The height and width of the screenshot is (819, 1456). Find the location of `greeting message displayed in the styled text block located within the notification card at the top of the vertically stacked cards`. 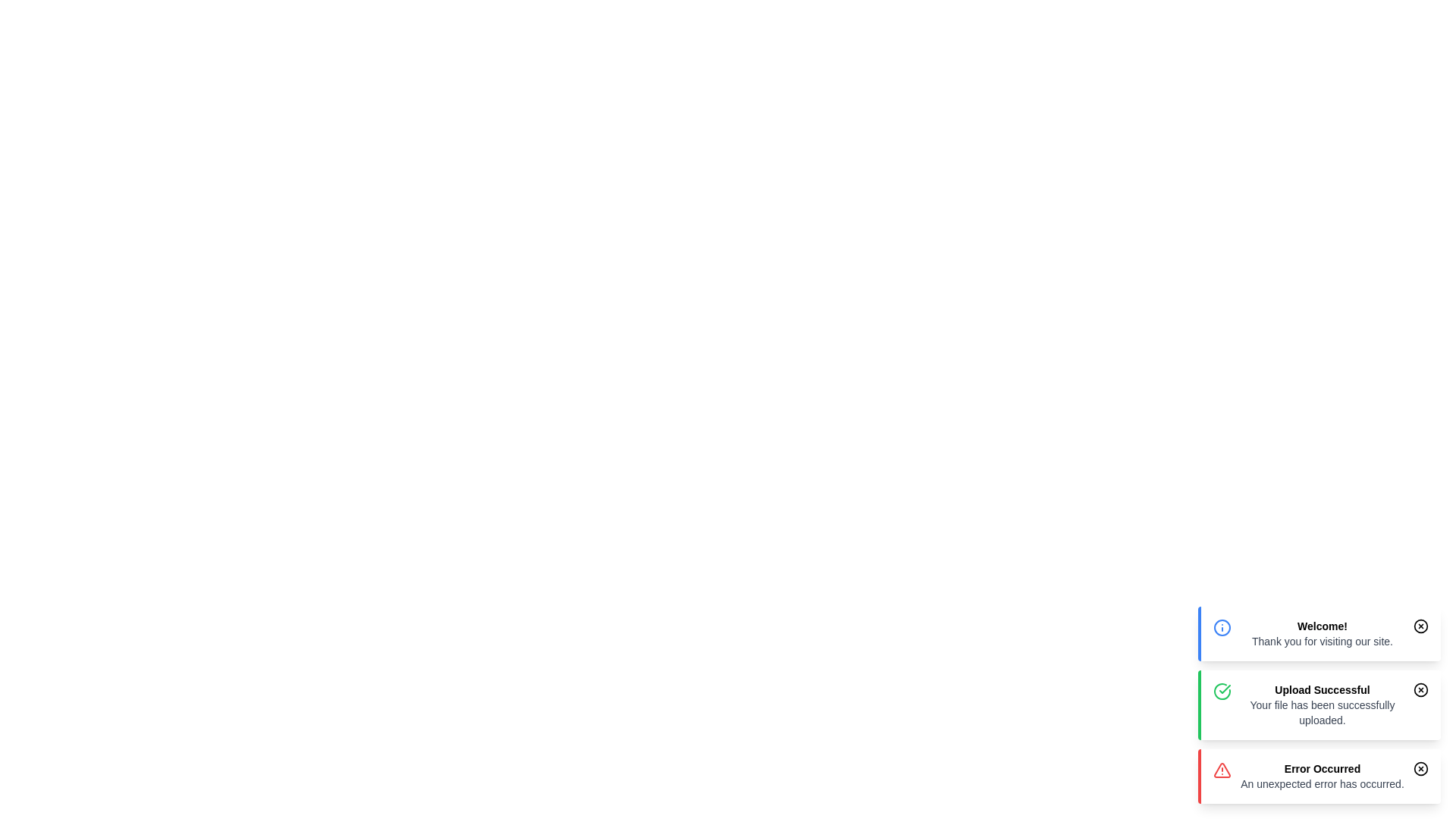

greeting message displayed in the styled text block located within the notification card at the top of the vertically stacked cards is located at coordinates (1321, 634).